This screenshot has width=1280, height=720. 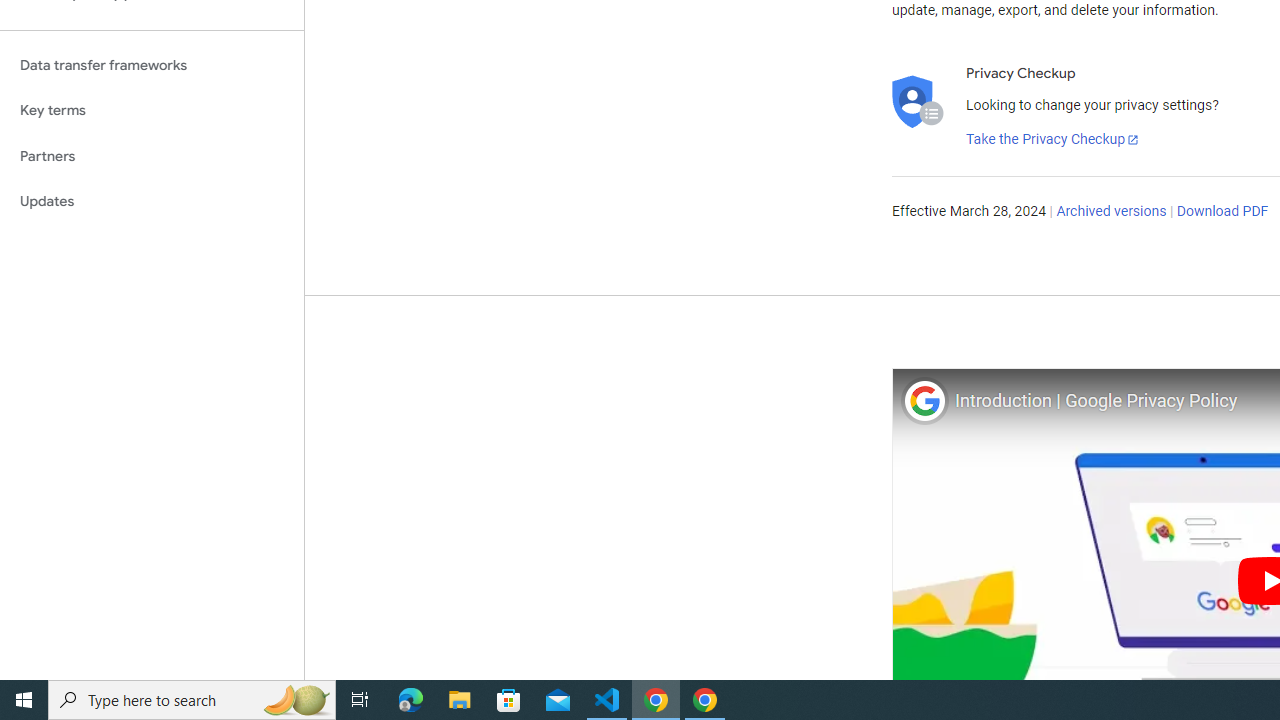 I want to click on 'Updates', so click(x=151, y=201).